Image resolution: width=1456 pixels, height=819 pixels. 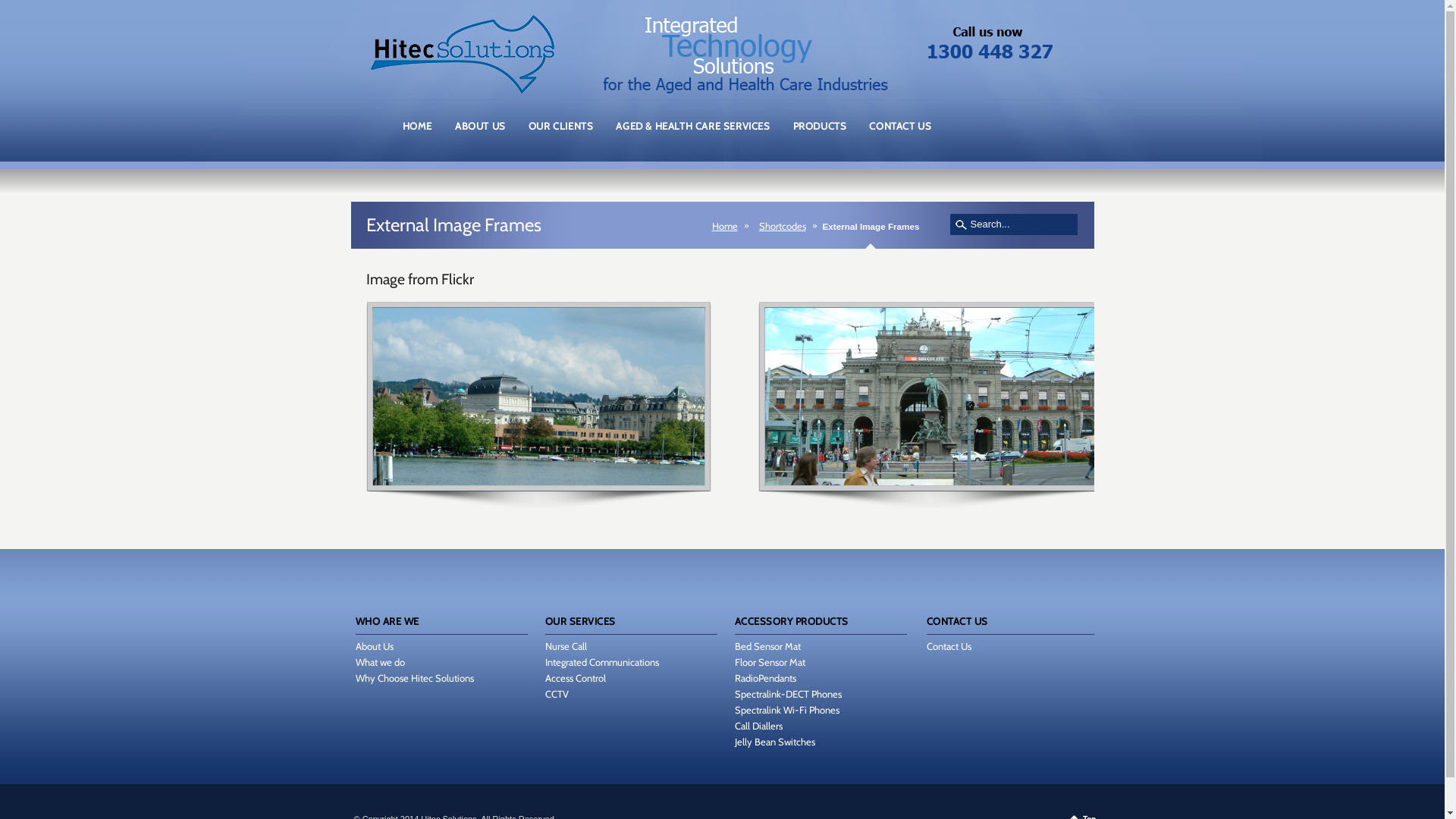 I want to click on 'Call Diallers', so click(x=758, y=724).